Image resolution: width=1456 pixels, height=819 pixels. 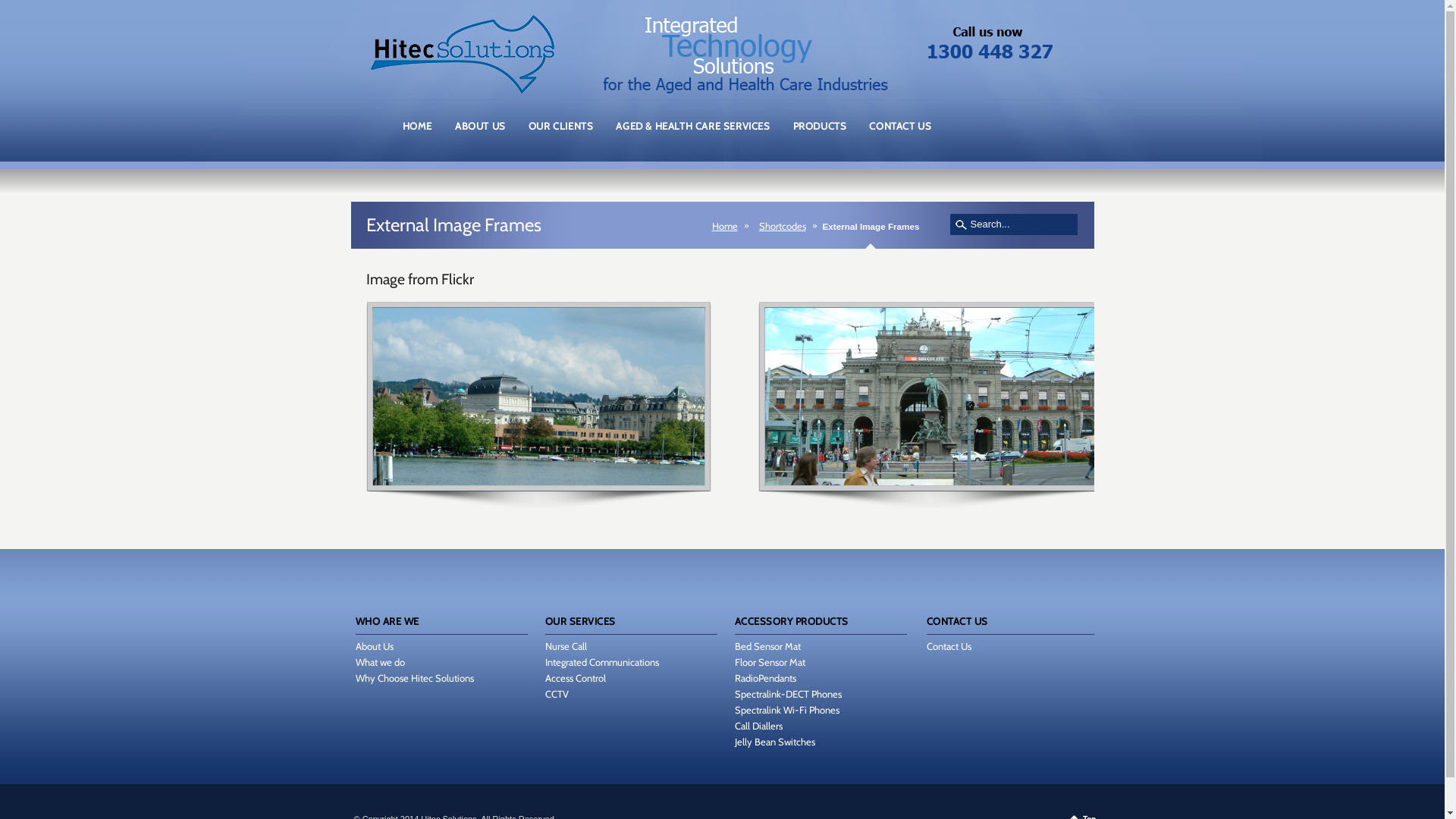 I want to click on 'Call Diallers', so click(x=758, y=724).